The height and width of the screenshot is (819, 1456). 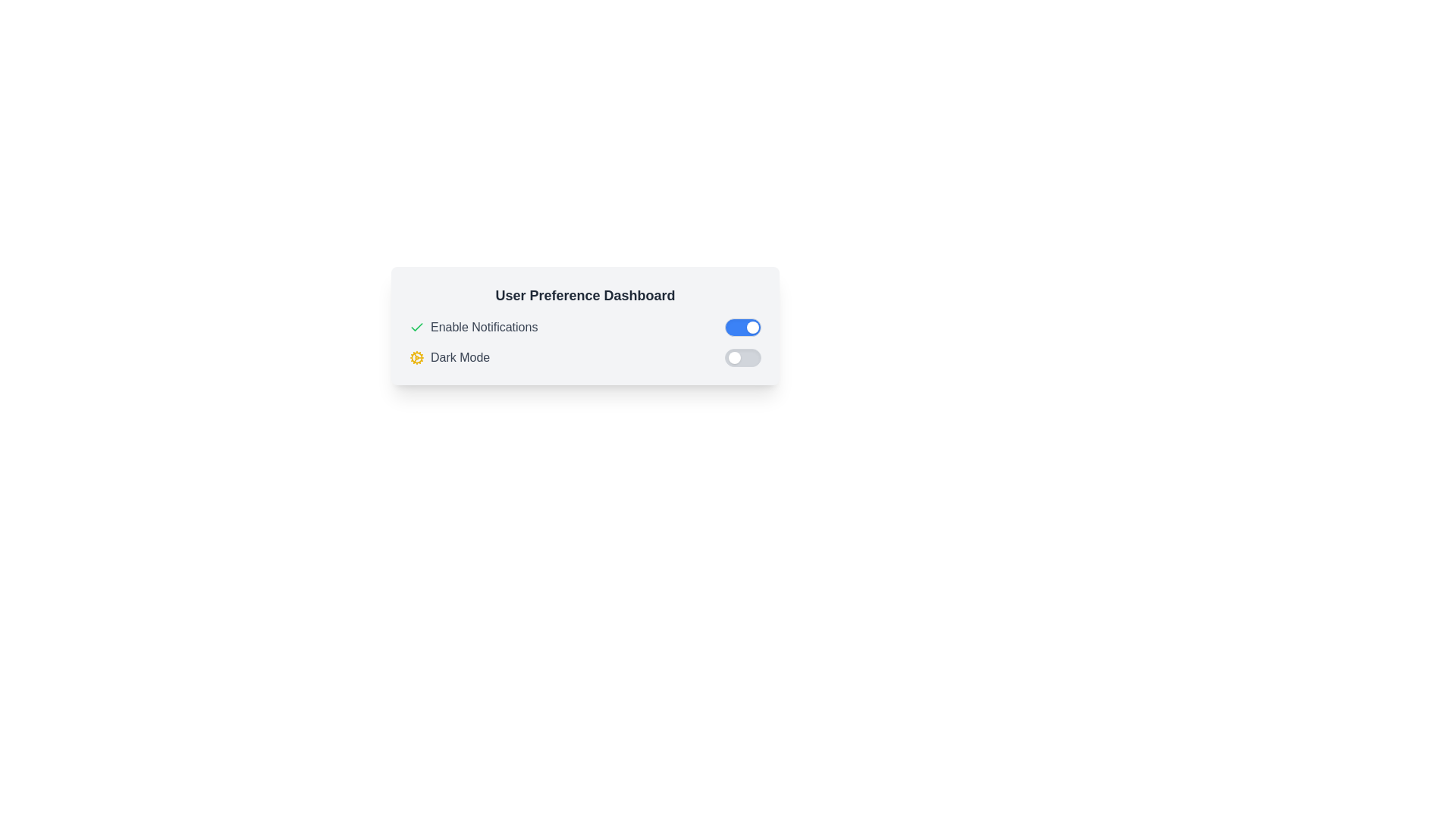 What do you see at coordinates (742, 357) in the screenshot?
I see `the thumb of the toggle switch, which is styled with a gray rounded rectangular track and a white circular thumb` at bounding box center [742, 357].